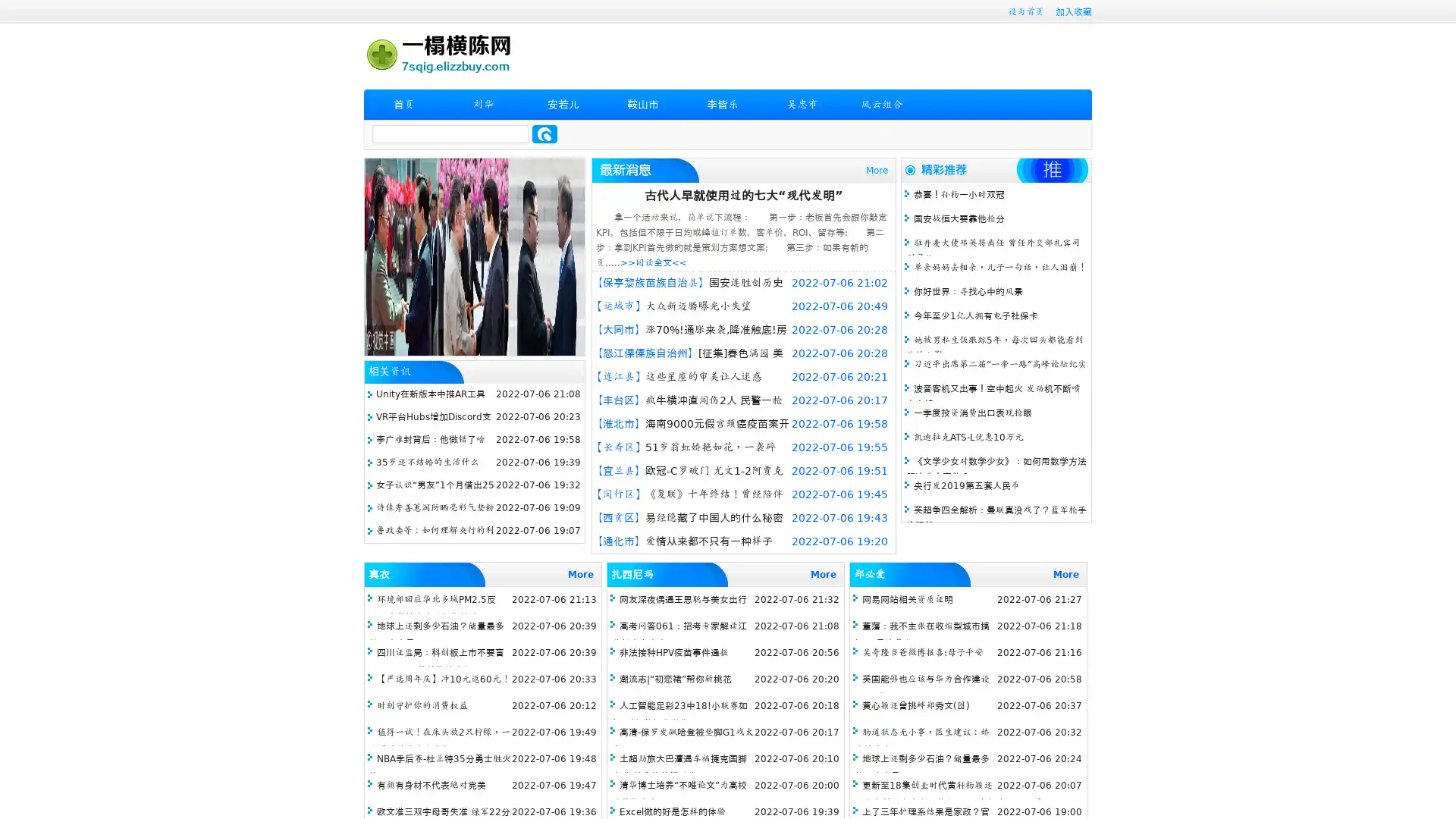  What do you see at coordinates (544, 133) in the screenshot?
I see `Search` at bounding box center [544, 133].